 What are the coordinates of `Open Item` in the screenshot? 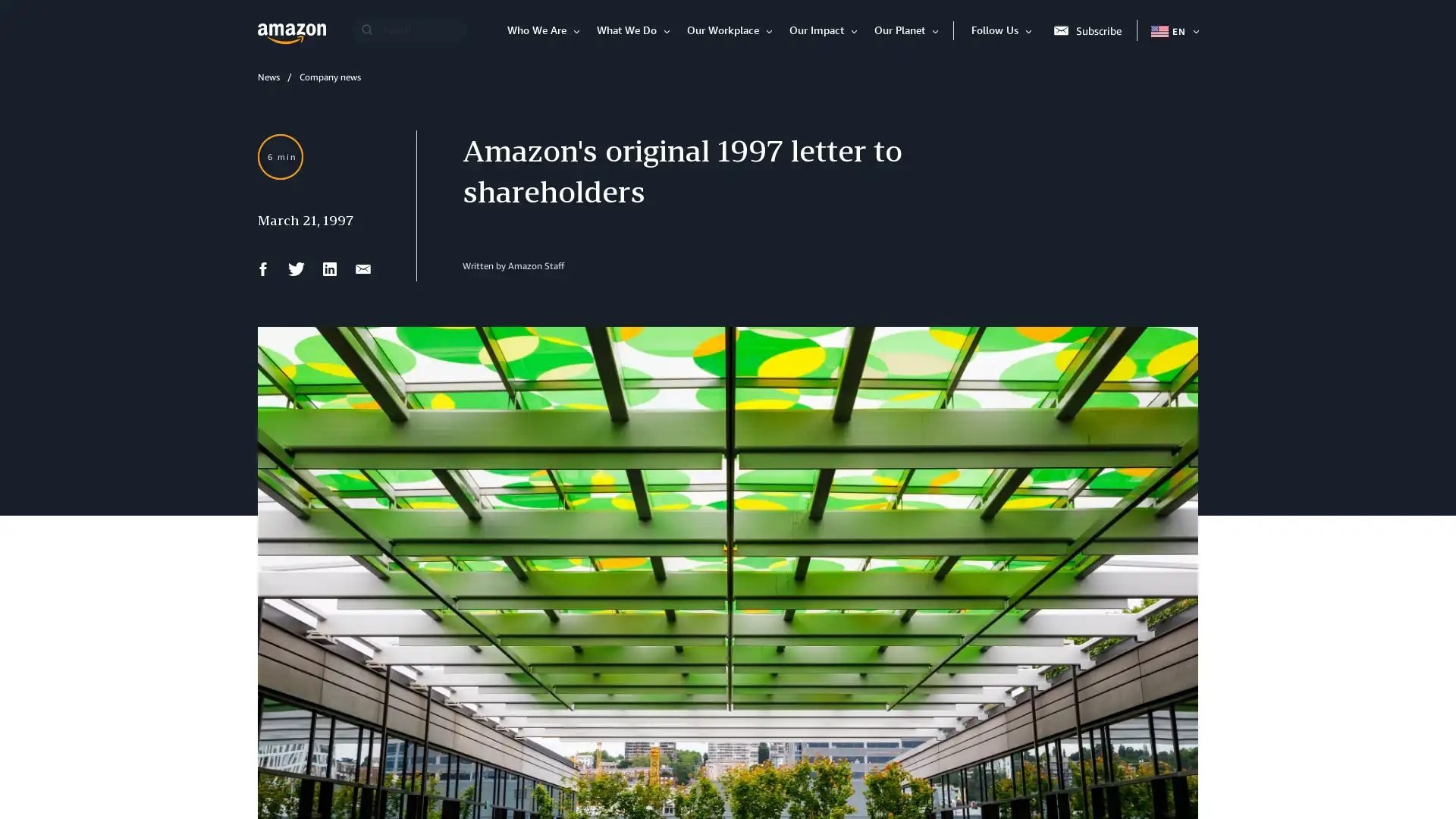 It's located at (1031, 30).